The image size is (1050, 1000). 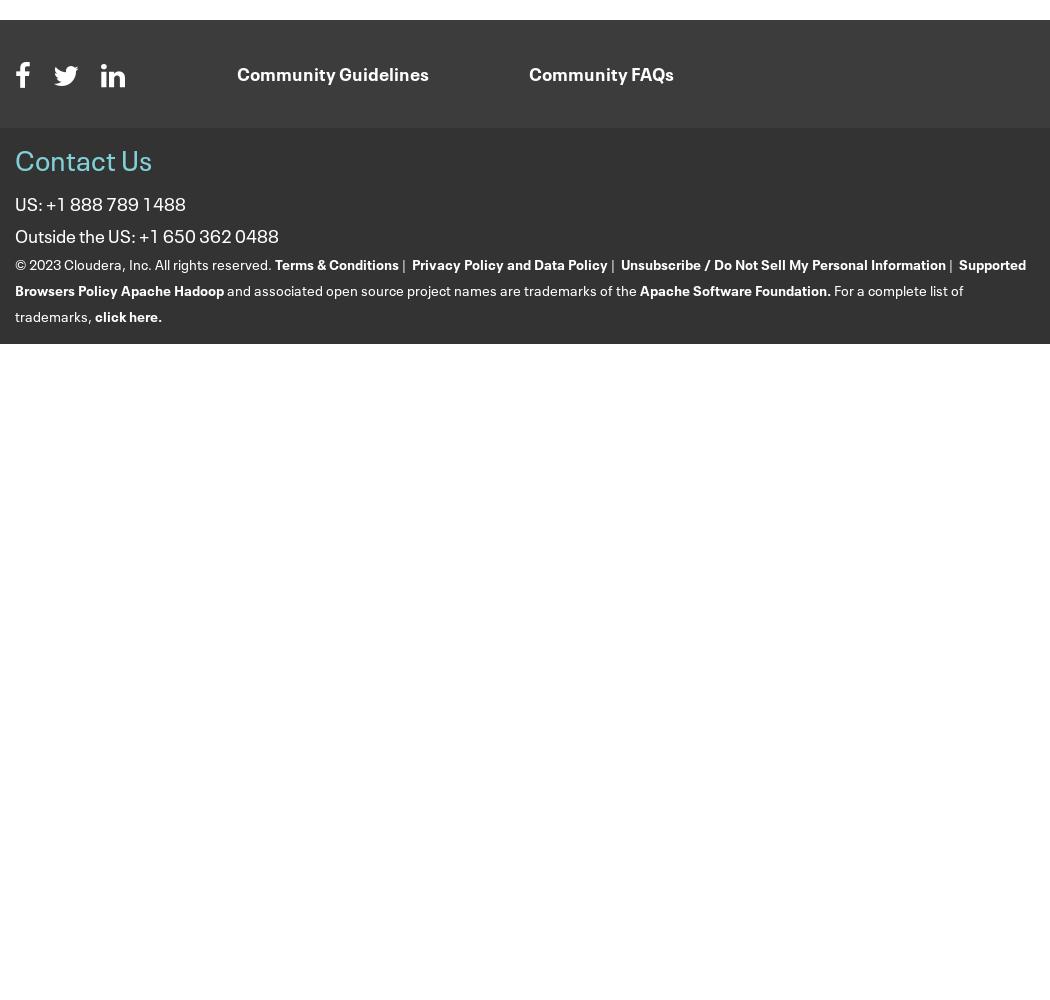 I want to click on 'Apache Software Foundation.', so click(x=734, y=288).